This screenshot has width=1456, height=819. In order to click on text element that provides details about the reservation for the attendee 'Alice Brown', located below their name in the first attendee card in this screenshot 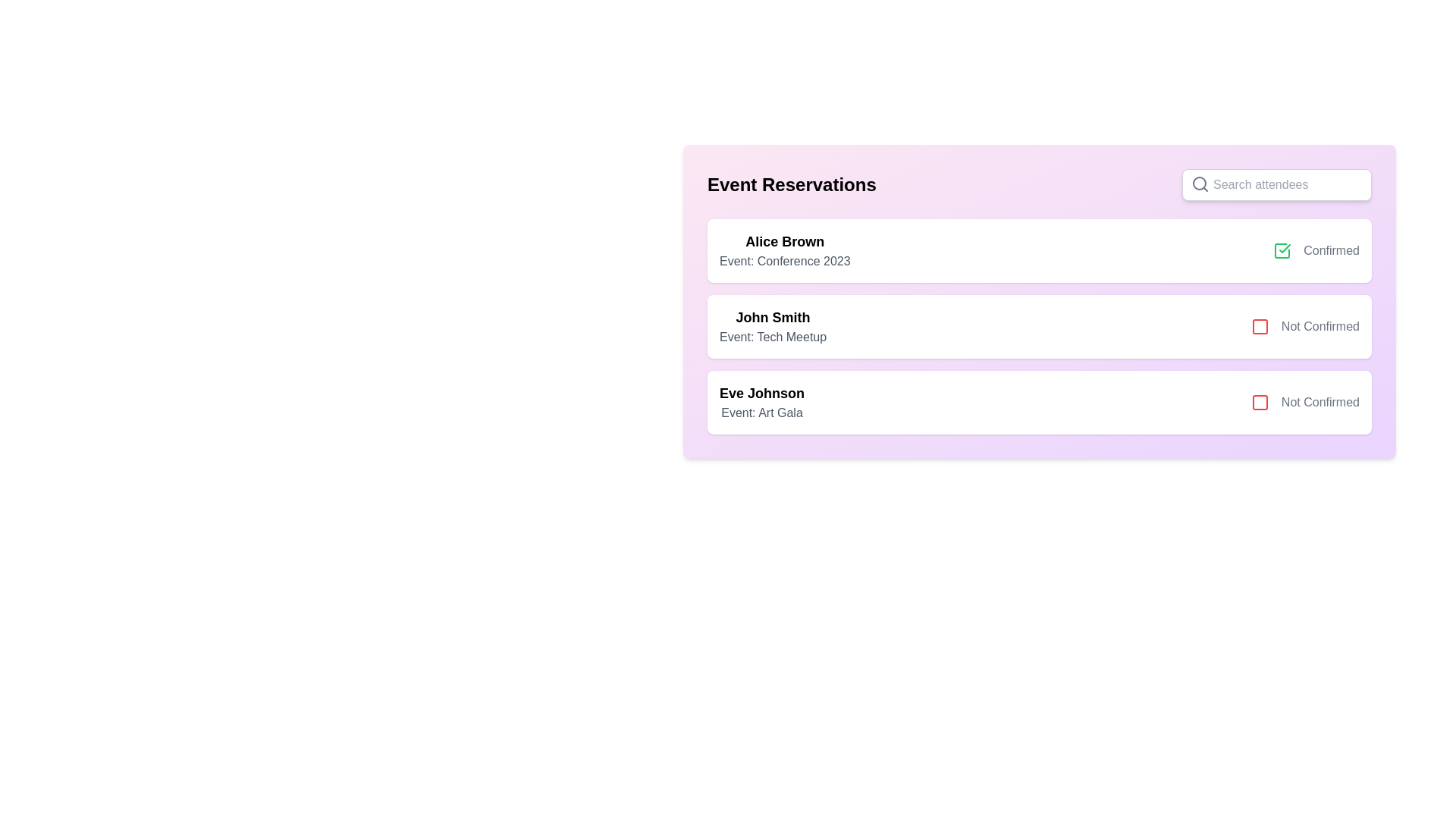, I will do `click(785, 260)`.